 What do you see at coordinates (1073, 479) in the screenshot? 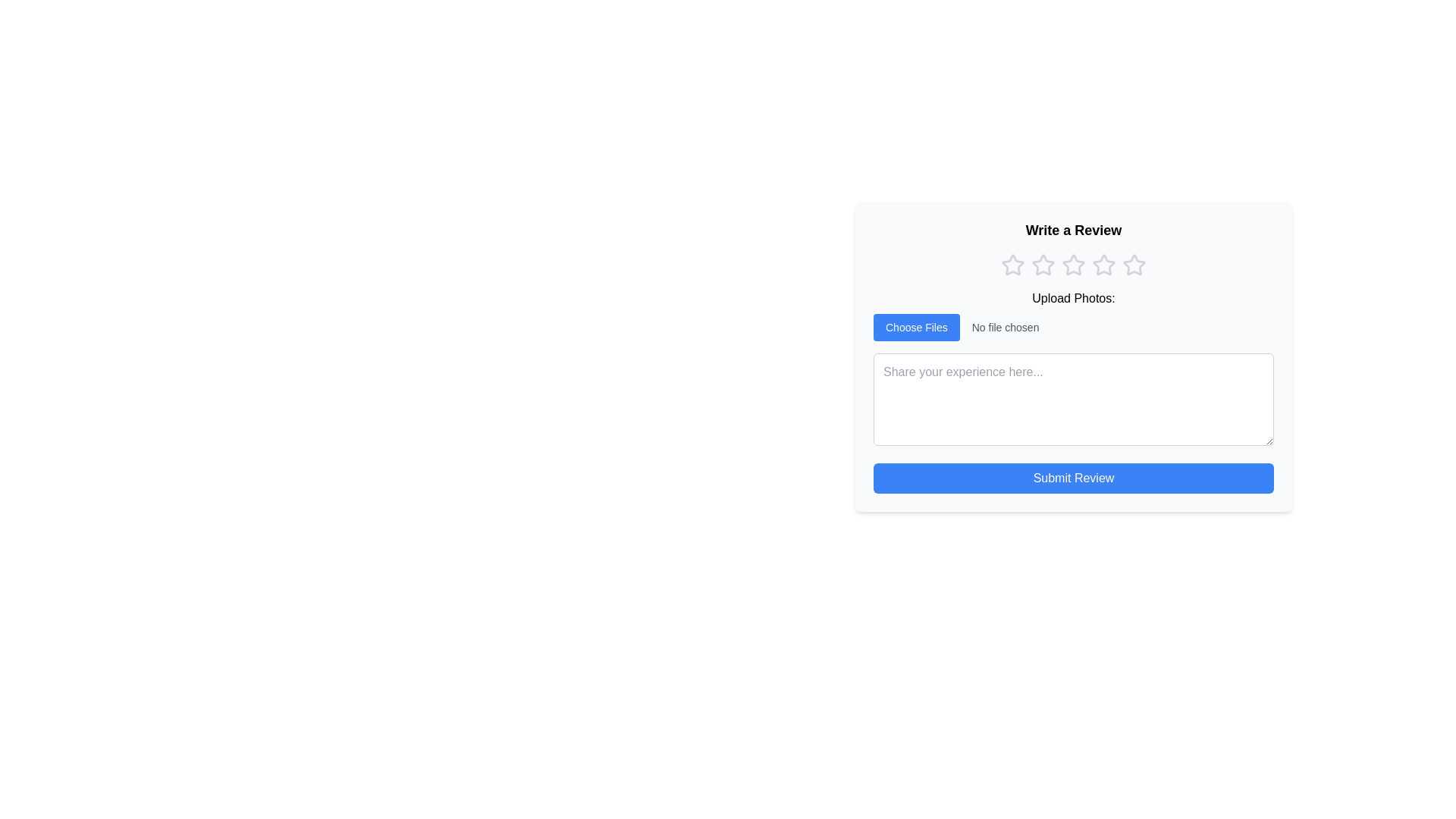
I see `the submit button located directly below the multiline text input labeled 'Share your experience here...'` at bounding box center [1073, 479].